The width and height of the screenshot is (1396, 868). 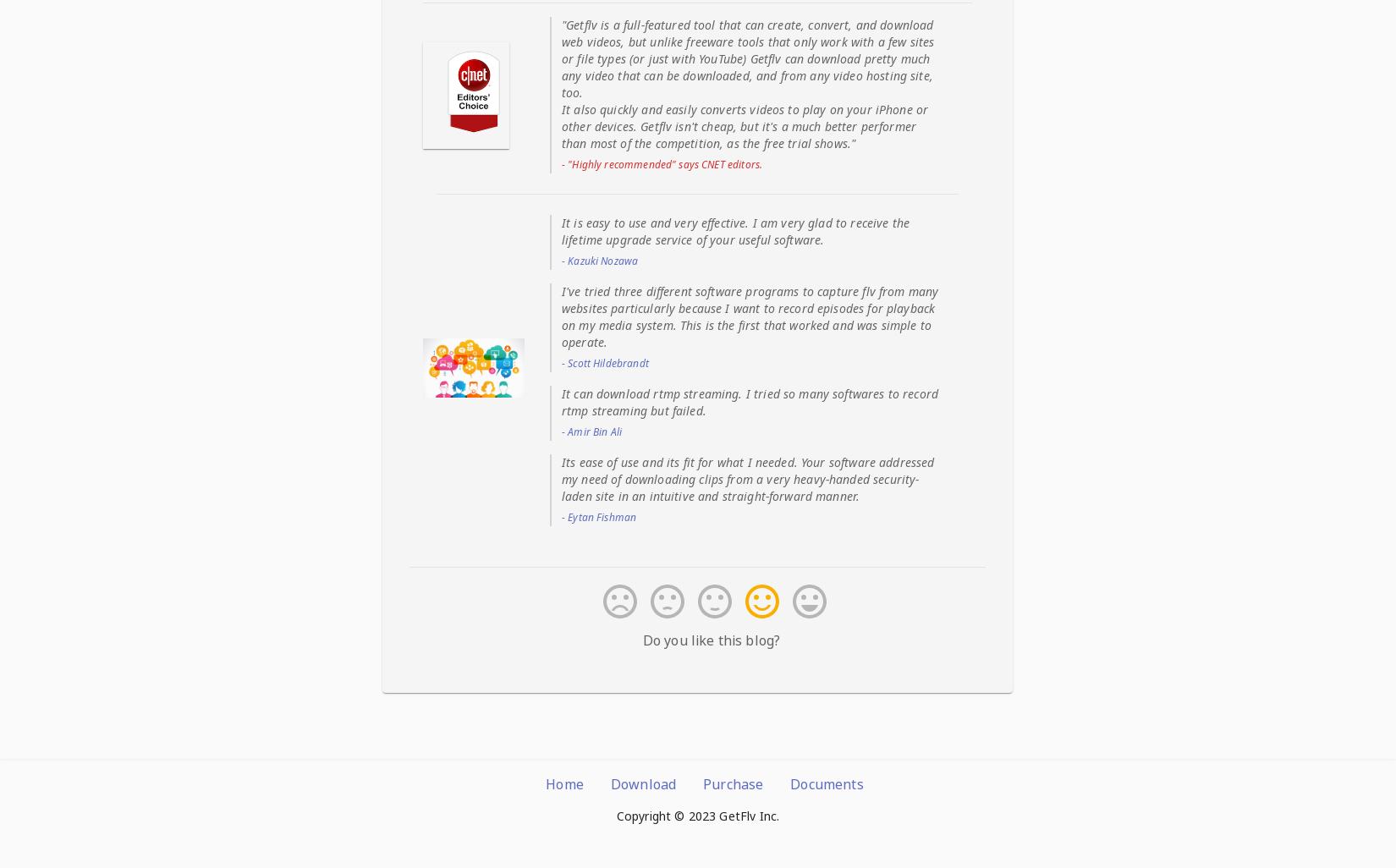 I want to click on 'Inc.', so click(x=767, y=815).